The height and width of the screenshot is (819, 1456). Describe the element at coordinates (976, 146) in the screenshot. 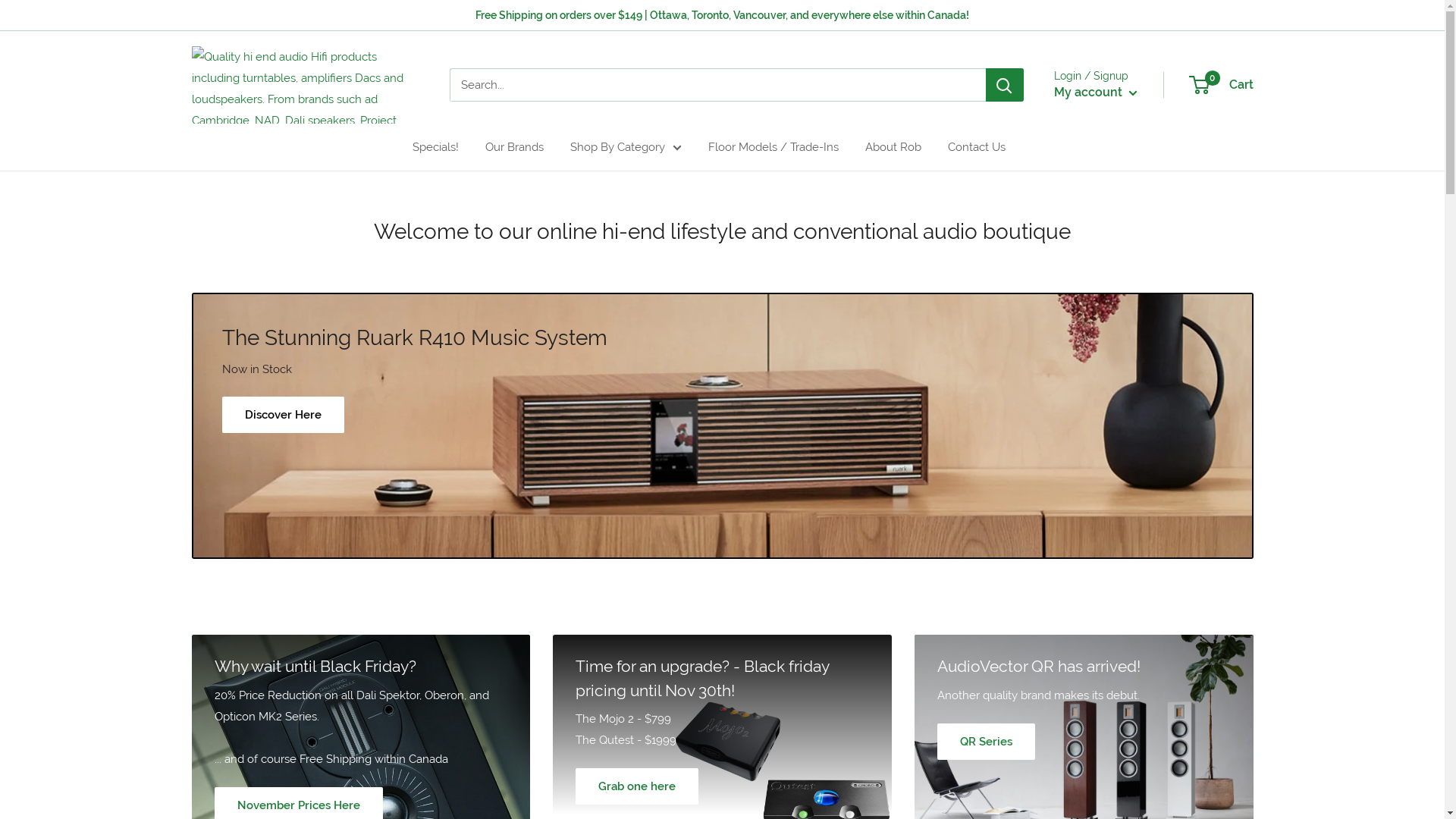

I see `'Contact Us'` at that location.